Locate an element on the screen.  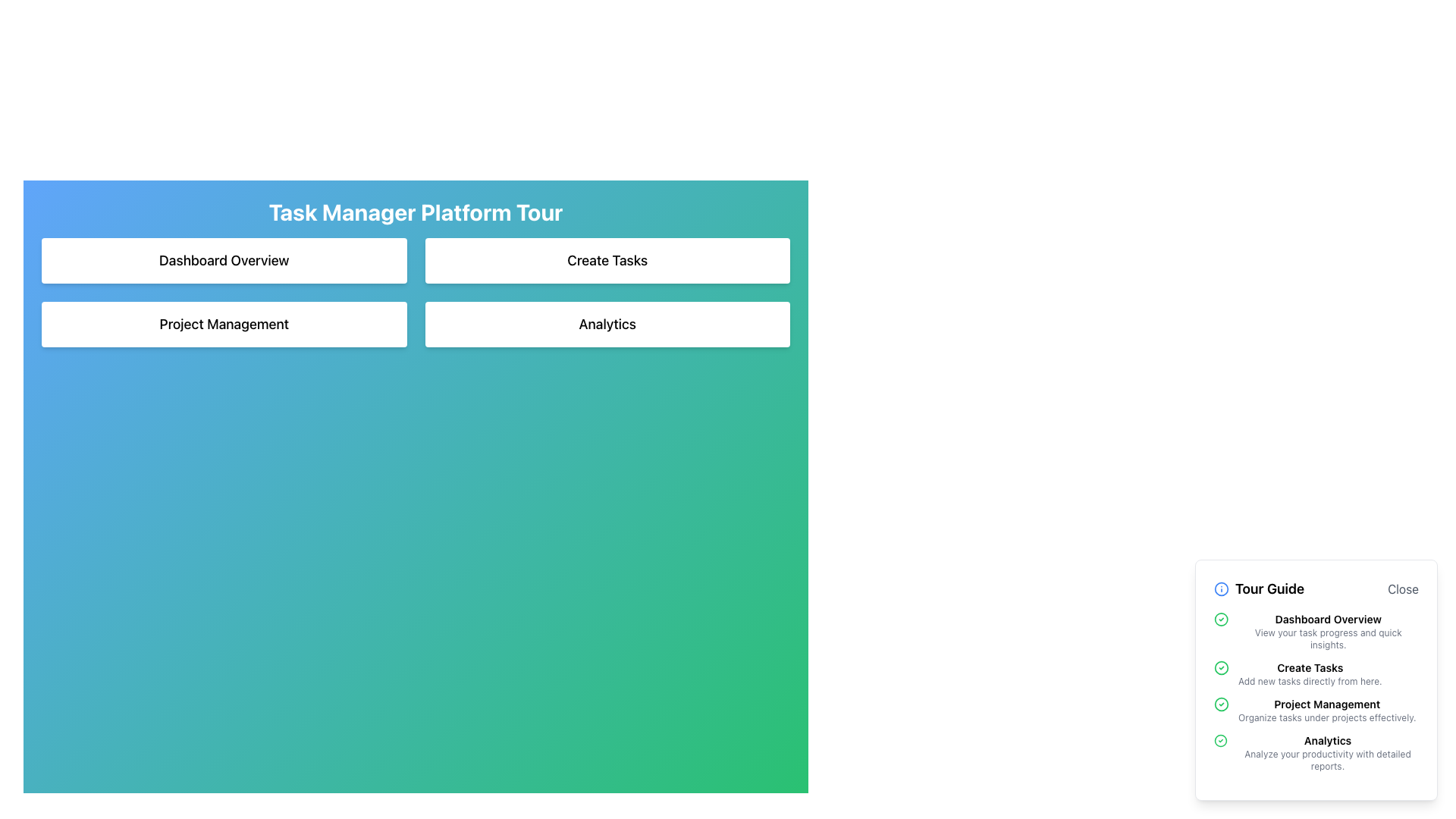
the informational icon located in the header of the 'Tour Guide' section, positioned to the left of the text title 'Tour Guide' is located at coordinates (1222, 588).